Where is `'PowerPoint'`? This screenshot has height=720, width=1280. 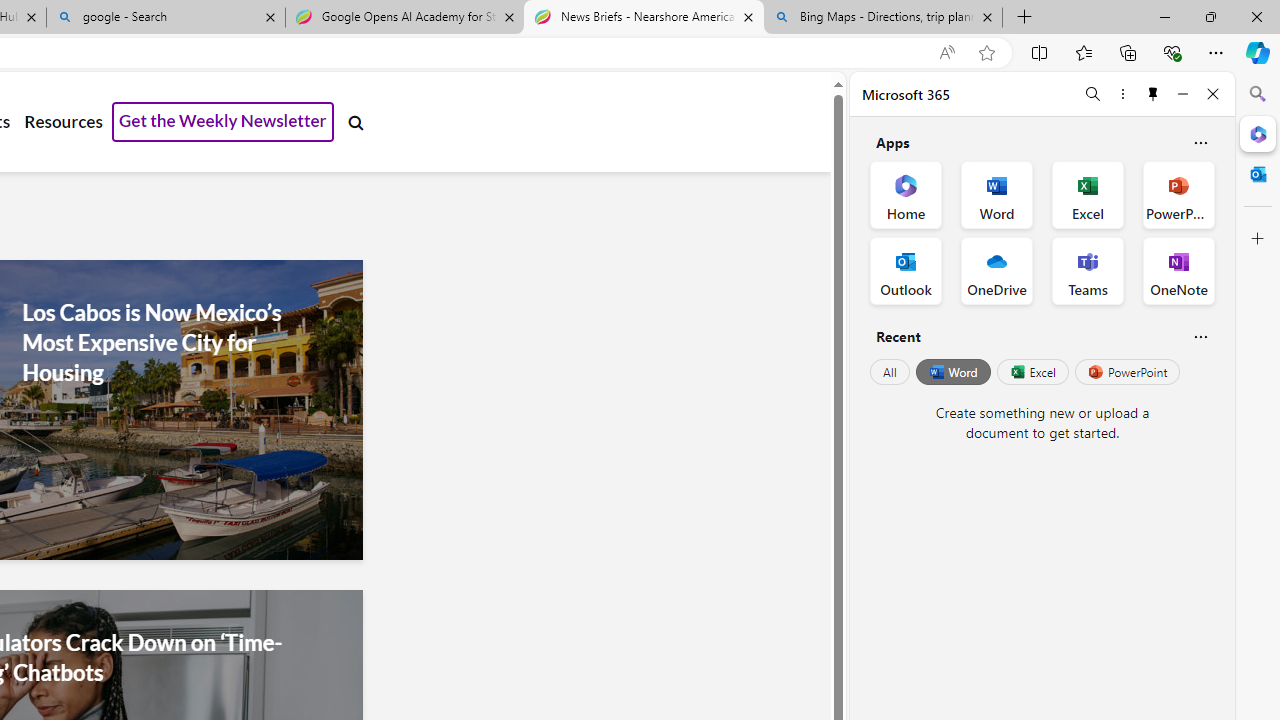 'PowerPoint' is located at coordinates (1127, 372).